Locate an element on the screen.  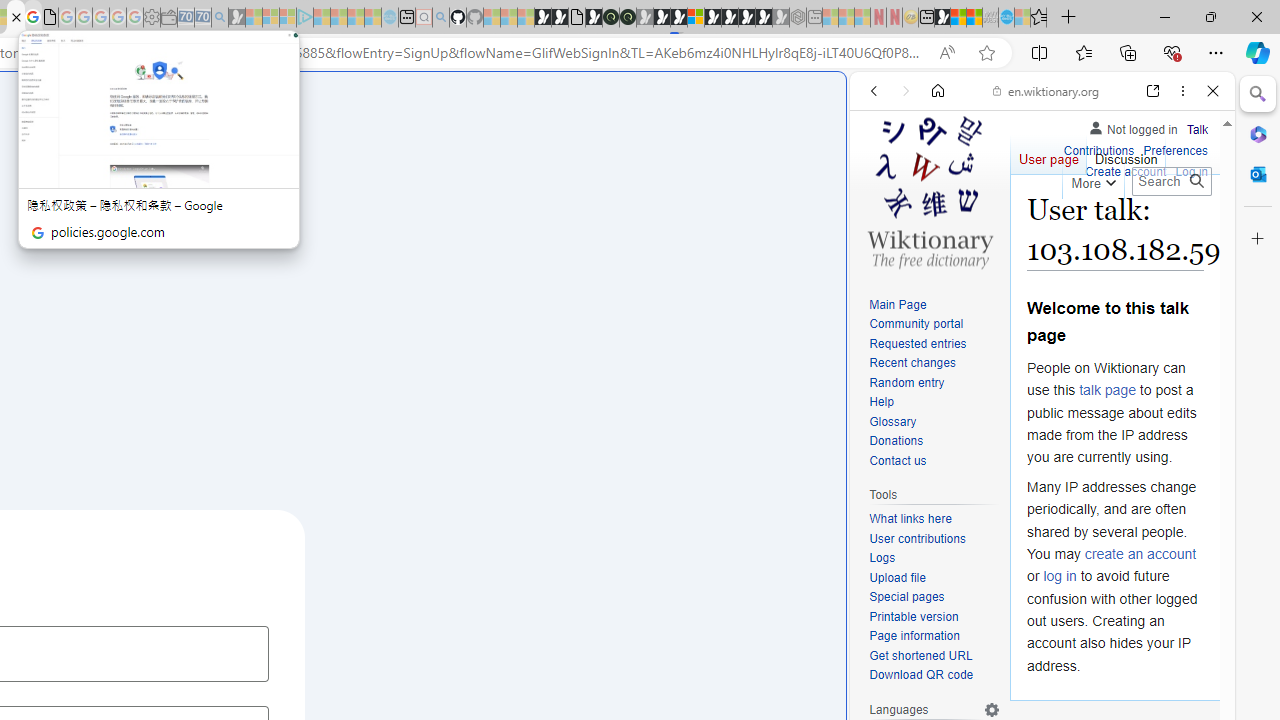
'Tabs you' is located at coordinates (276, 265).